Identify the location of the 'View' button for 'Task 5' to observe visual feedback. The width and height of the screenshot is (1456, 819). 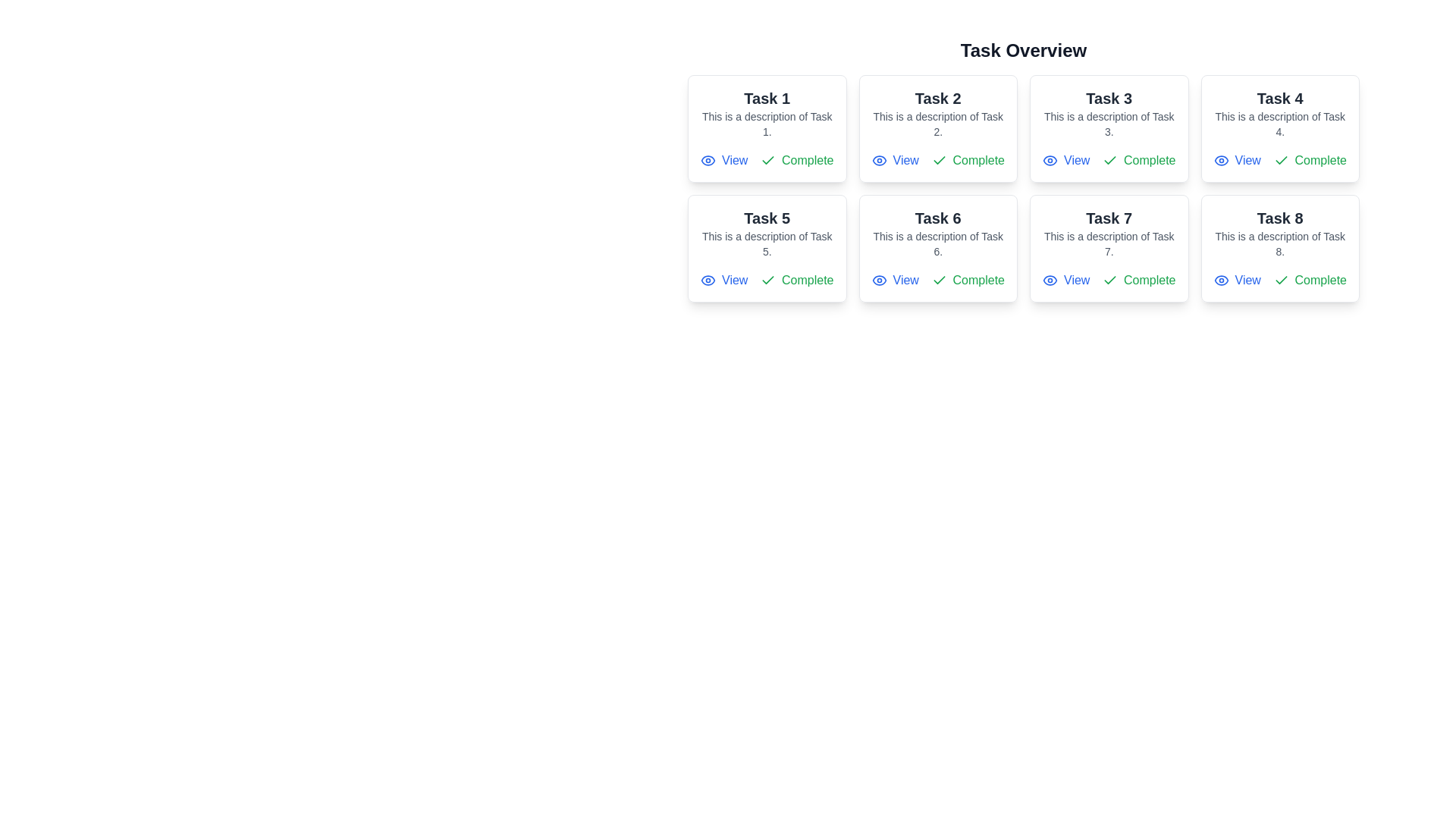
(723, 281).